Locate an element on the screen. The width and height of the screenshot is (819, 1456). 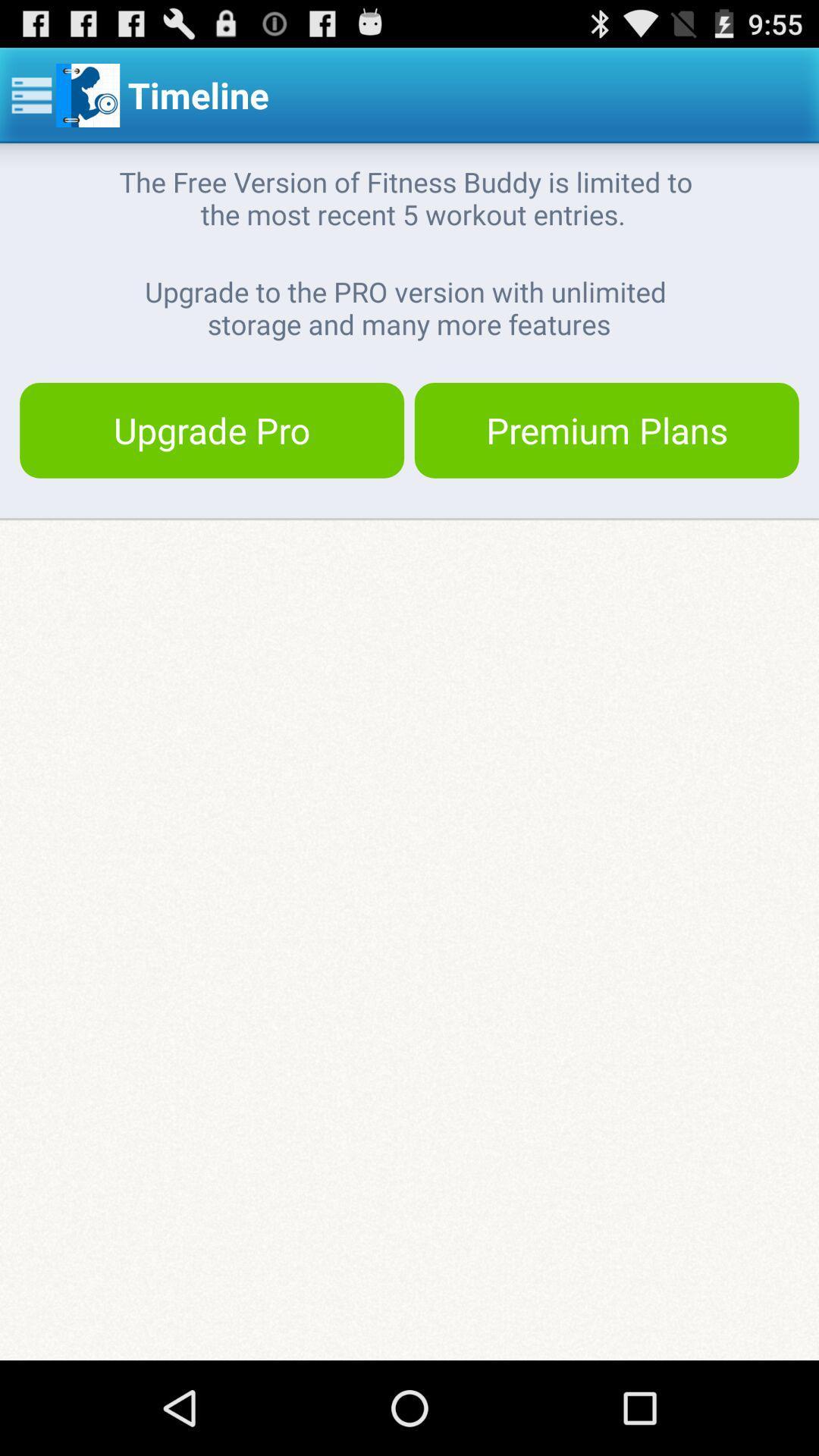
item below upgrade to the app is located at coordinates (606, 429).